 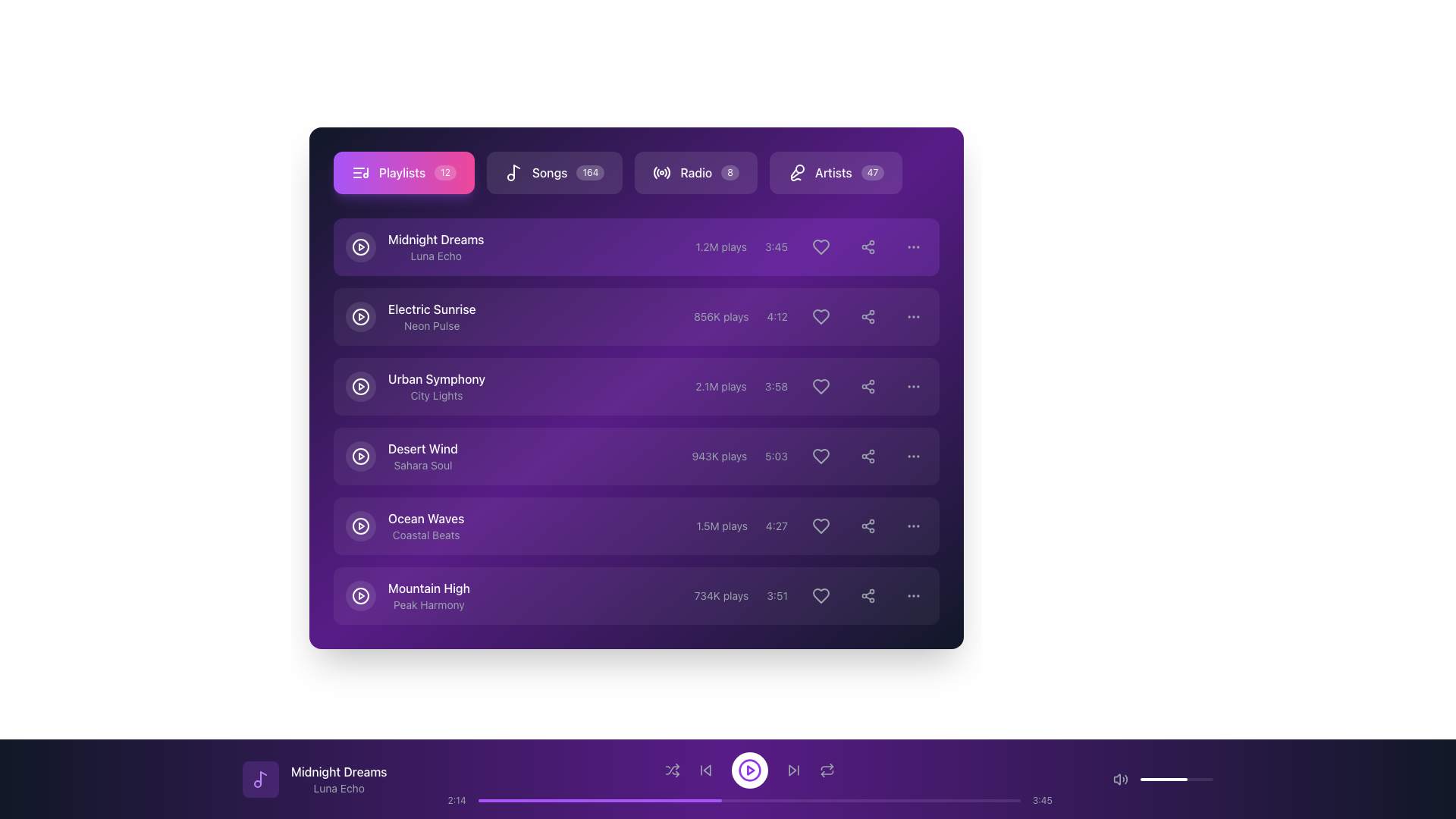 What do you see at coordinates (415, 246) in the screenshot?
I see `the first song entry in the playlist` at bounding box center [415, 246].